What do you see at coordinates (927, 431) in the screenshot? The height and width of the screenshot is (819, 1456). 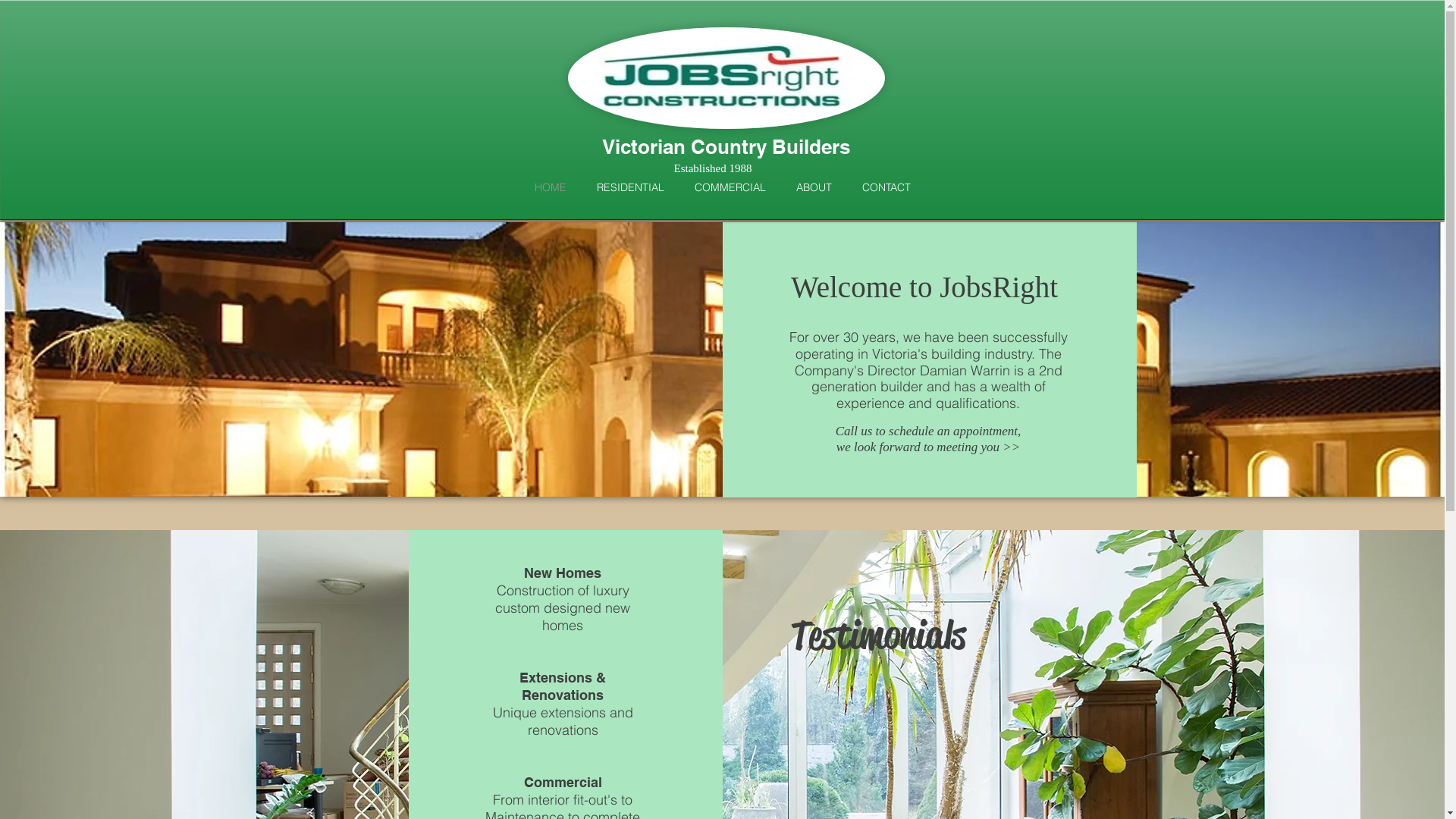 I see `'Call us to schedule an appointment,'` at bounding box center [927, 431].